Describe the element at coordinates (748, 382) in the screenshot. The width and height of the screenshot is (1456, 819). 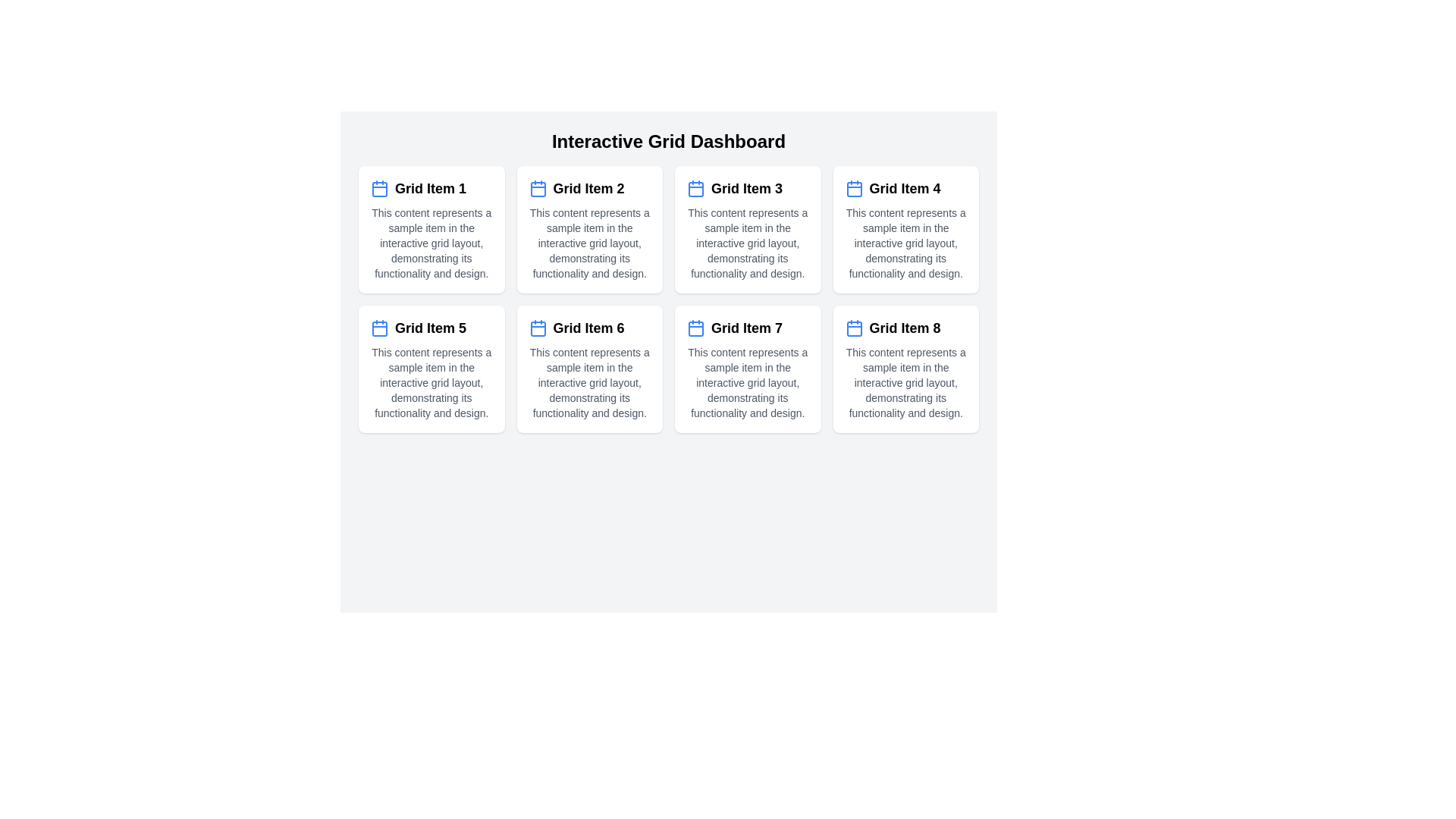
I see `the descriptive text element below the title 'Grid Item 7', which reads 'This content represents a sample item in the interactive grid layout, demonstrating its functionality and design.'` at that location.